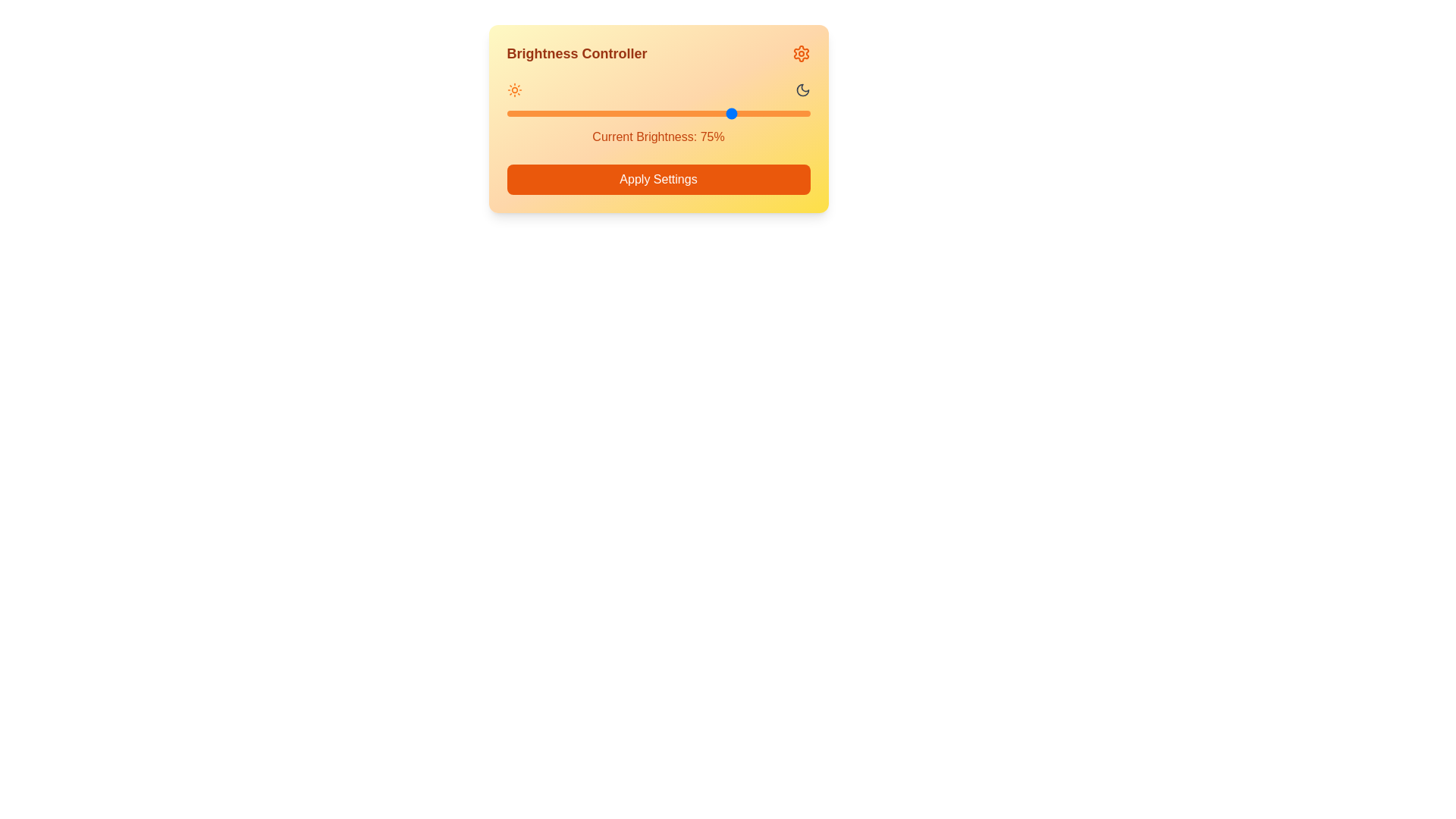  Describe the element at coordinates (800, 52) in the screenshot. I see `the 'Settings' icon to open its menu or settings page` at that location.